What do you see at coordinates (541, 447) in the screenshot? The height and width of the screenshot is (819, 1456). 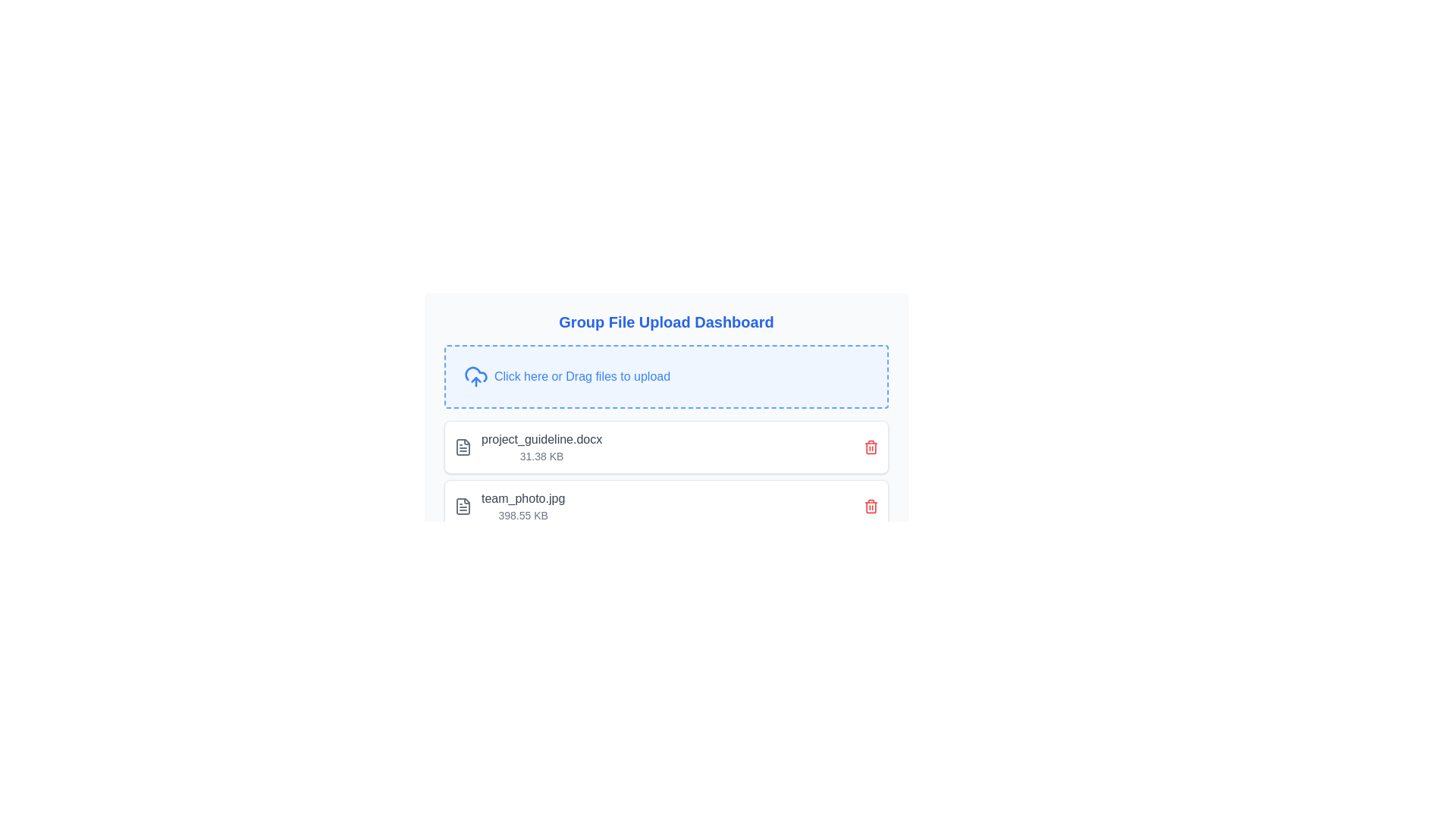 I see `the text label displaying the file name 'project_guideline.docx' and its size '31.38 KB'` at bounding box center [541, 447].